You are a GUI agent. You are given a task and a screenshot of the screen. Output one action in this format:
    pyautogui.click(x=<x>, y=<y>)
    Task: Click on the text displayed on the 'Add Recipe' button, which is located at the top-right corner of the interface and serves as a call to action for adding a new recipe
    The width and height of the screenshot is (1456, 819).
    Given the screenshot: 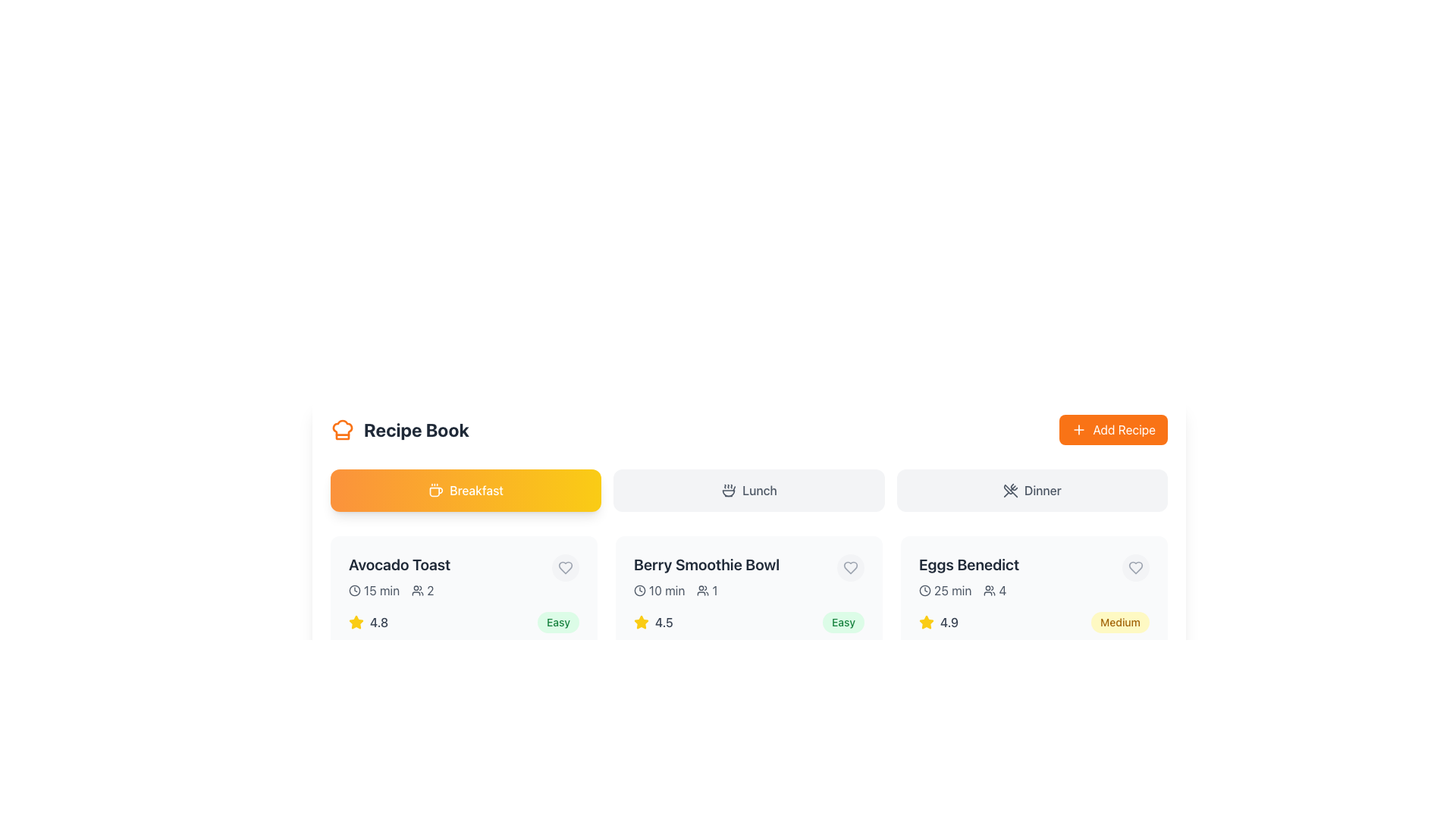 What is the action you would take?
    pyautogui.click(x=1124, y=430)
    